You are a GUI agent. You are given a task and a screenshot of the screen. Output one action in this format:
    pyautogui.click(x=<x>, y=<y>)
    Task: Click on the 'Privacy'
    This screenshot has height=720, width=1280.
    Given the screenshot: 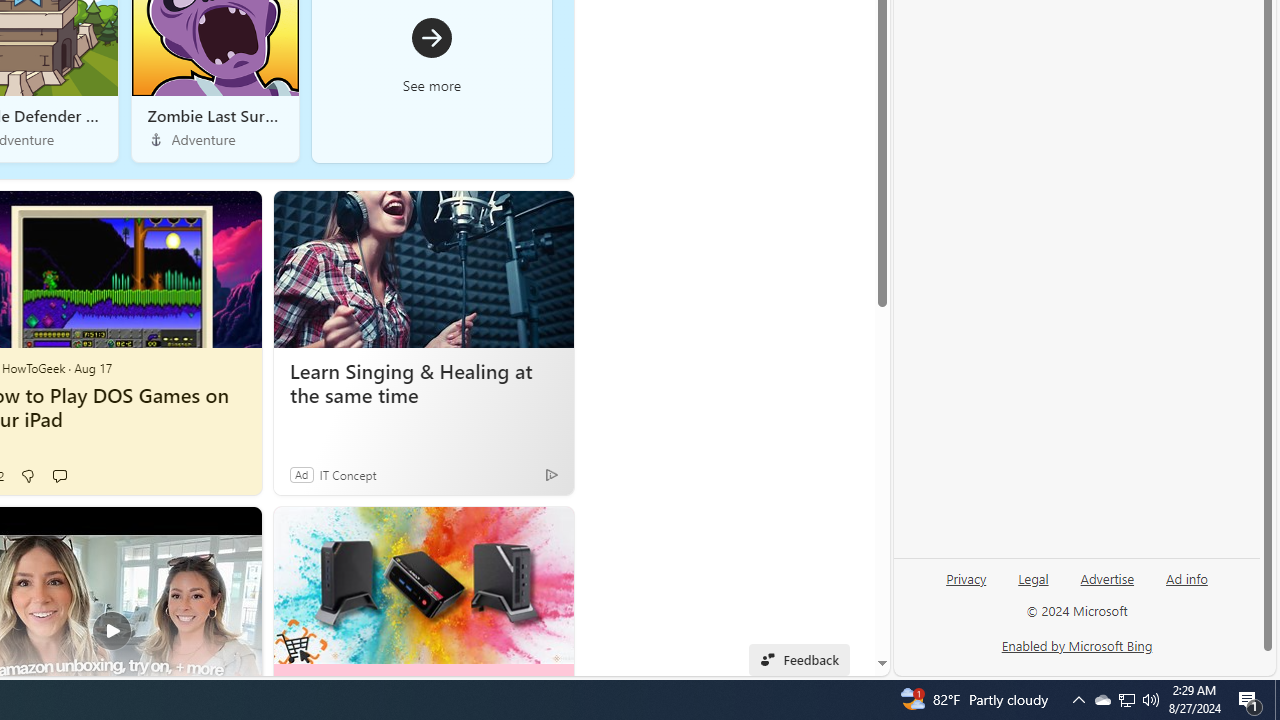 What is the action you would take?
    pyautogui.click(x=966, y=577)
    